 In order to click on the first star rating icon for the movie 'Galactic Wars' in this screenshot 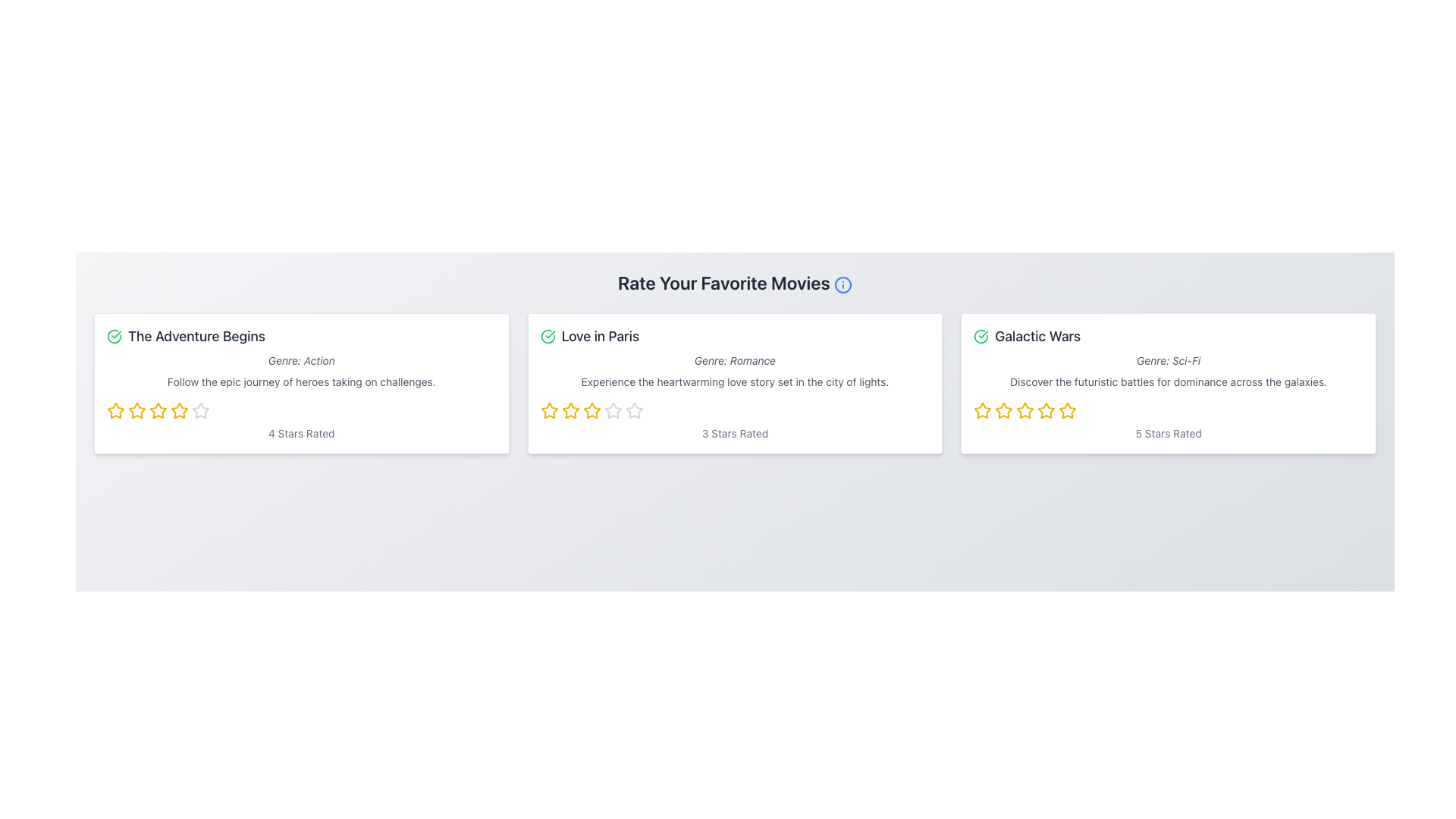, I will do `click(983, 410)`.